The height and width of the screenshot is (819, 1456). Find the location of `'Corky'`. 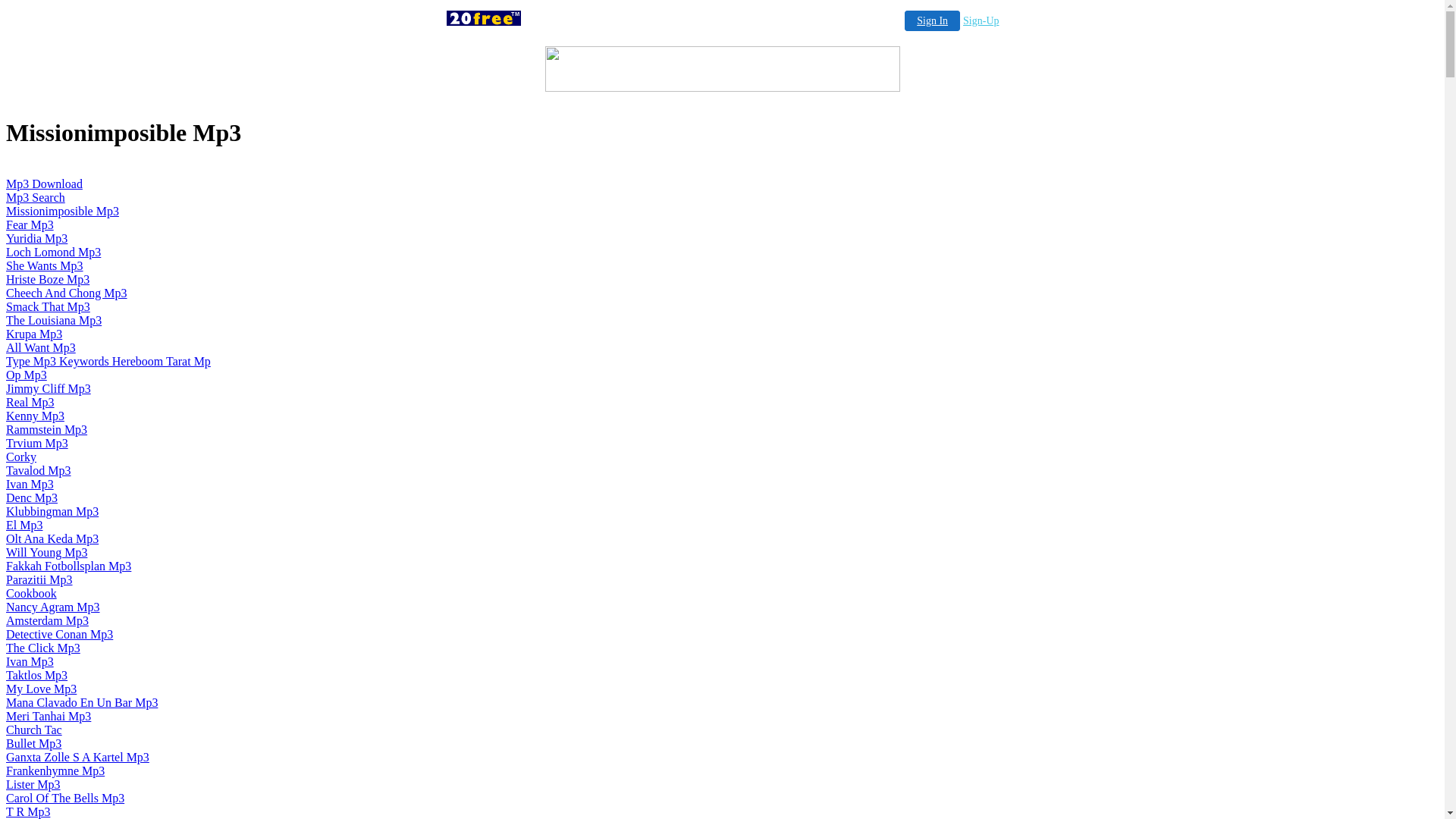

'Corky' is located at coordinates (21, 456).